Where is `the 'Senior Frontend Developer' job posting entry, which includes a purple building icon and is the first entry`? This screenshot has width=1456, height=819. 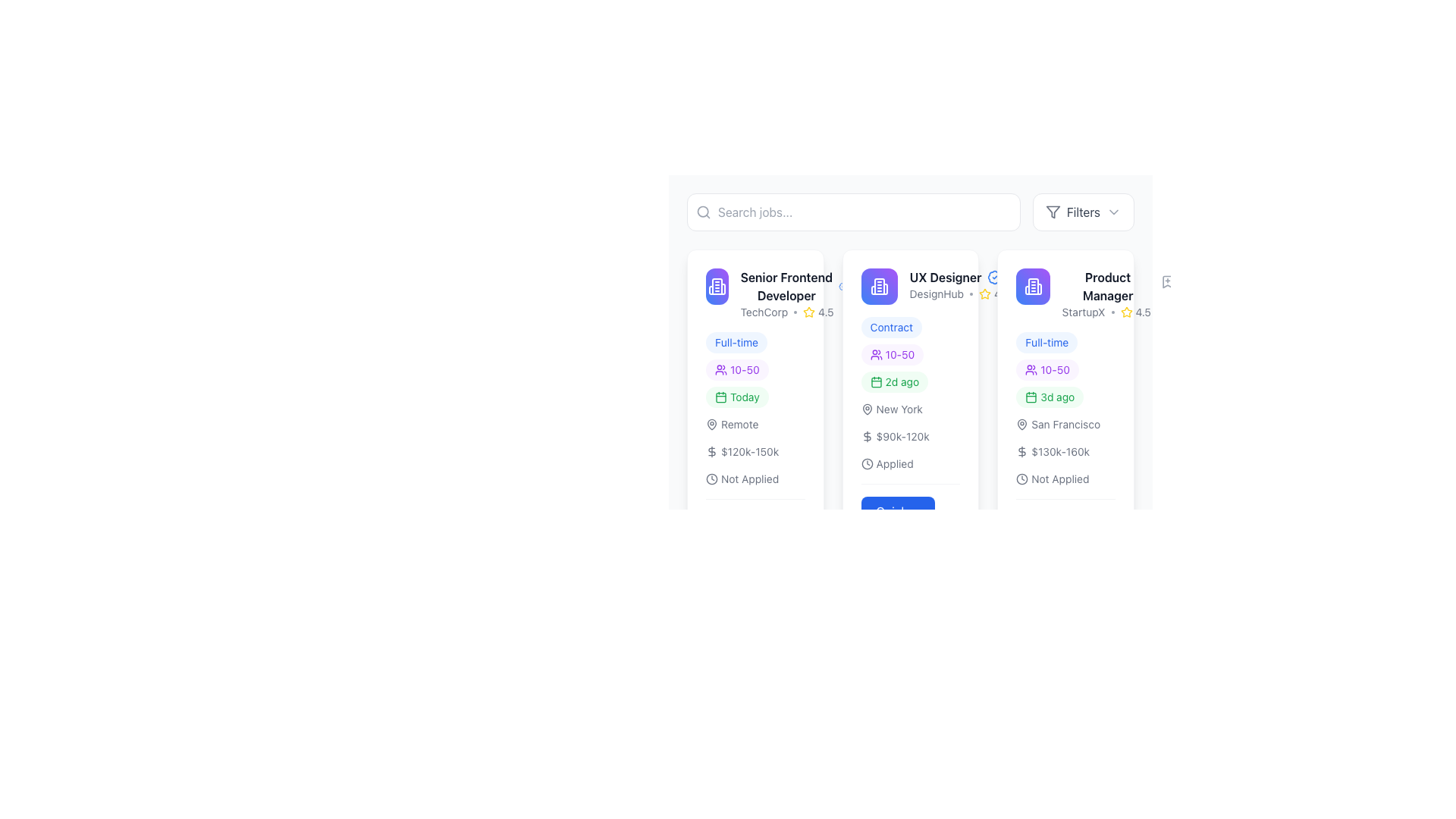
the 'Senior Frontend Developer' job posting entry, which includes a purple building icon and is the first entry is located at coordinates (755, 294).